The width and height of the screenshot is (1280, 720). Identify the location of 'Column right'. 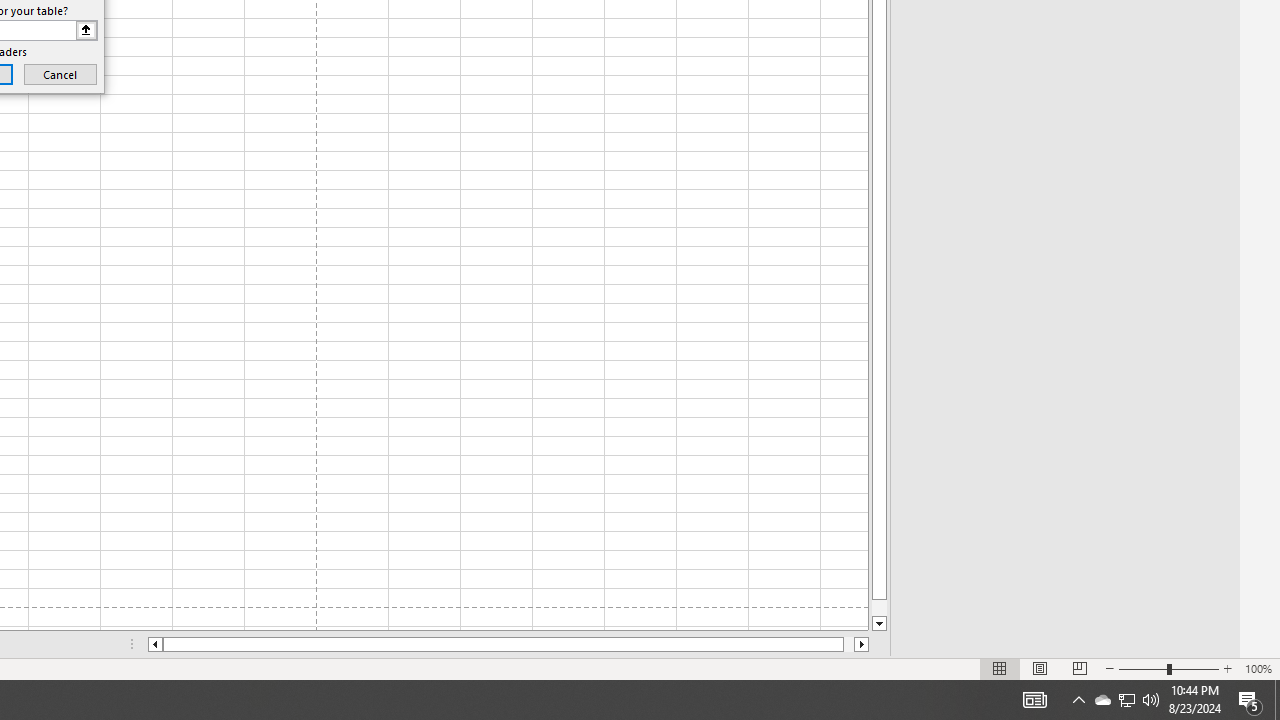
(862, 644).